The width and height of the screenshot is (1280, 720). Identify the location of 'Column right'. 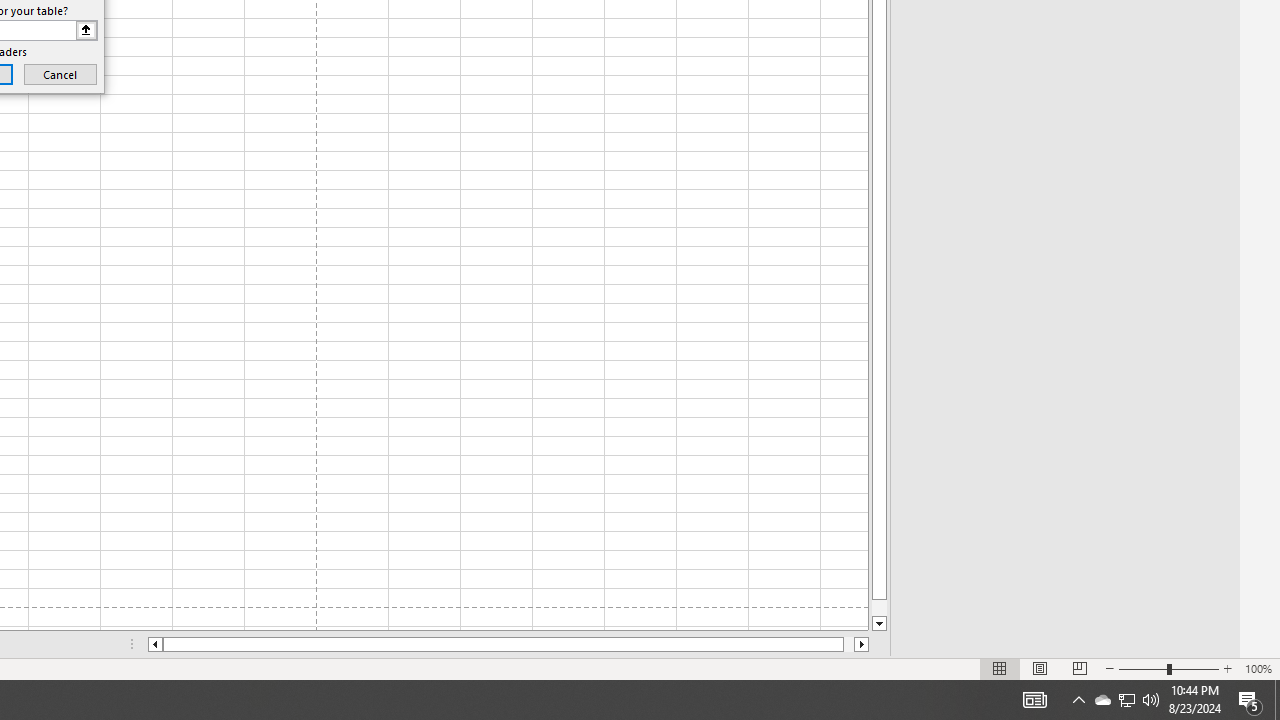
(862, 644).